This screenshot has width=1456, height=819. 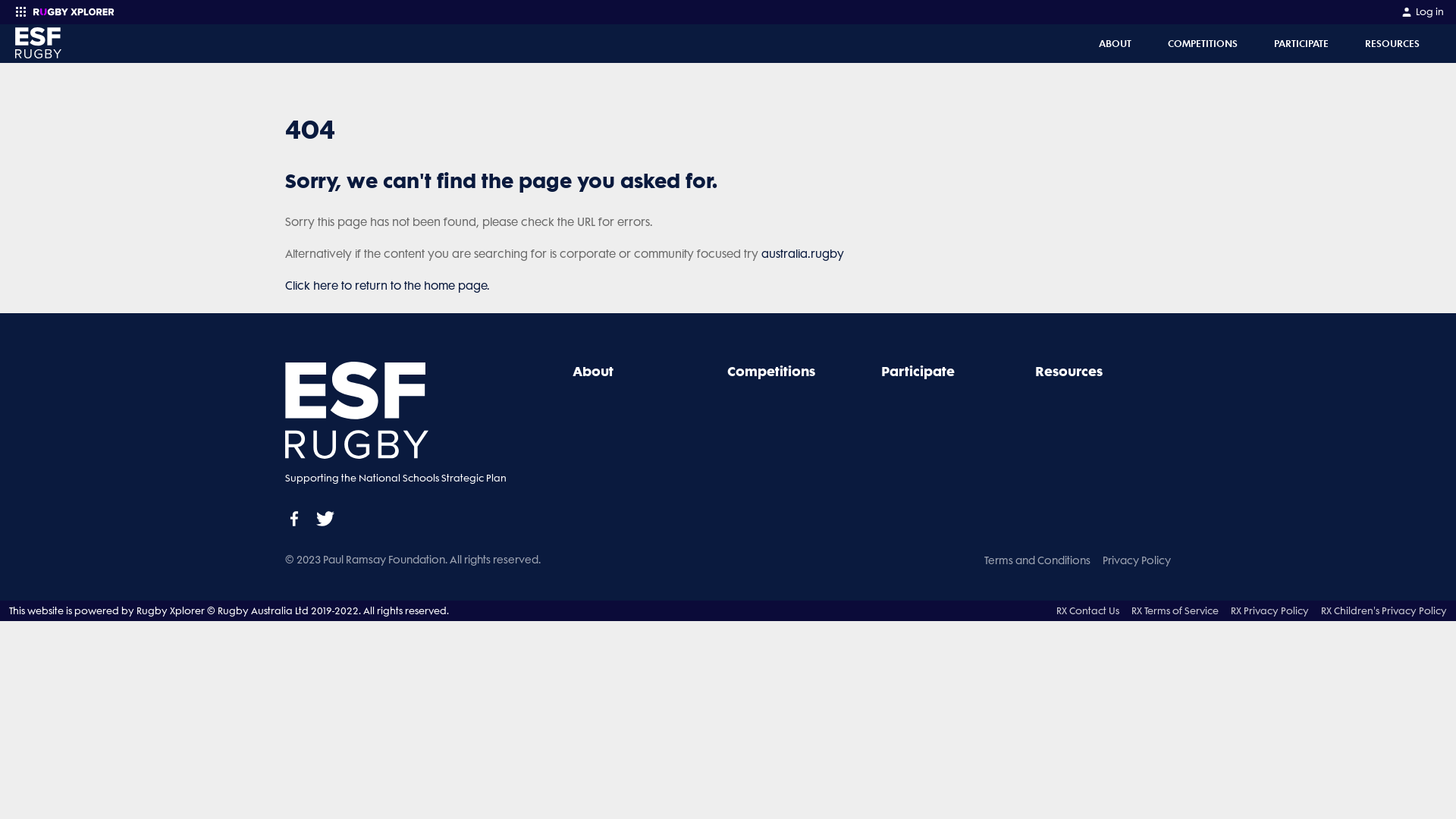 What do you see at coordinates (592, 371) in the screenshot?
I see `'About'` at bounding box center [592, 371].